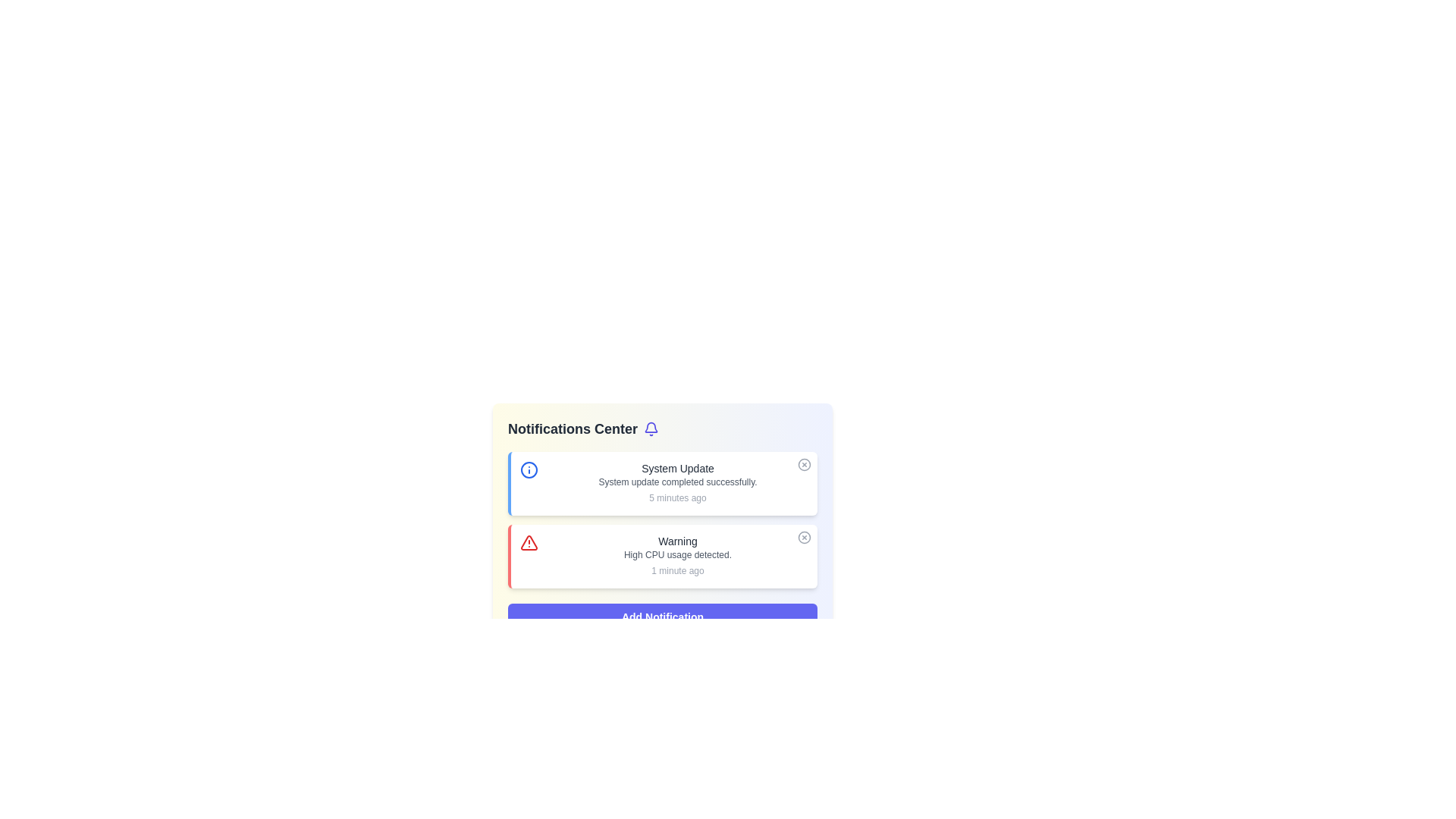  Describe the element at coordinates (676, 555) in the screenshot. I see `the text label displaying the message 'High CPU usage detected.' which is located within the second 'Warning' notification card in the notification panel` at that location.